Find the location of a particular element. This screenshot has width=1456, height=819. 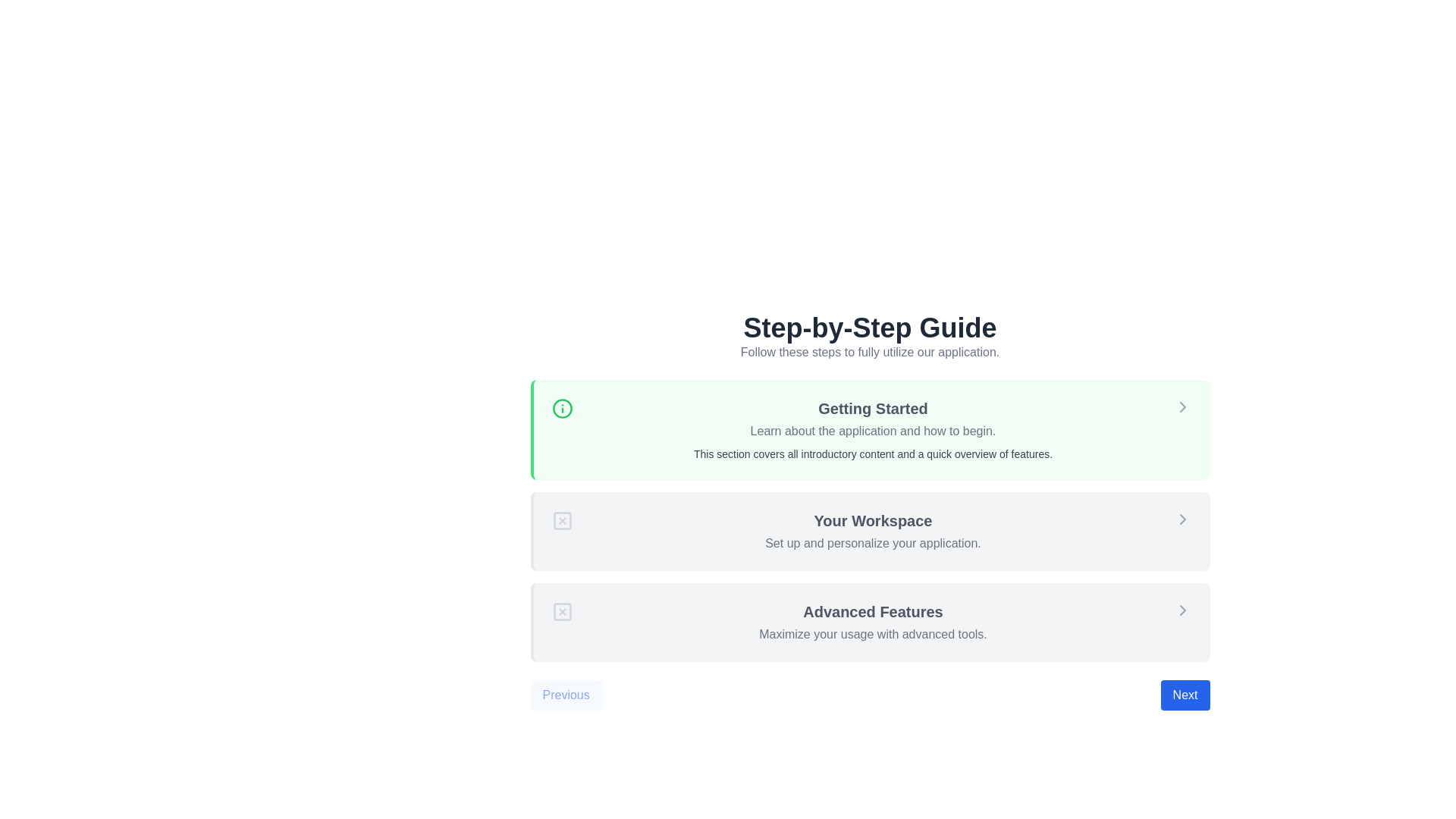

the text label that reads 'Follow these steps to fully utilize our application.' which is styled in gray font and positioned below the main heading 'Step-by-Step Guide.' is located at coordinates (870, 353).